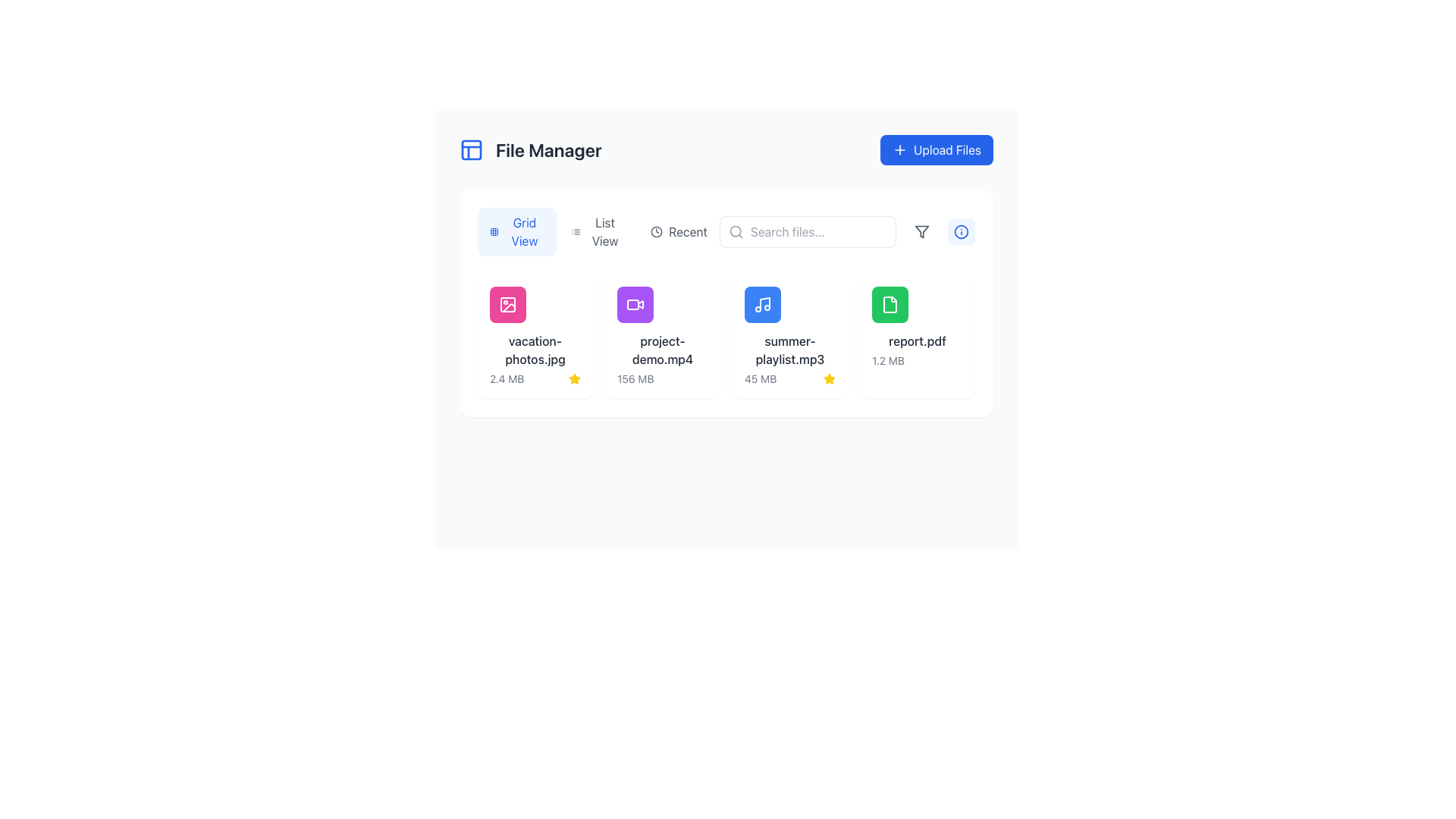  I want to click on the static text label displaying 'report.pdf', which is part of the file management interface and is located above the file size text '1.2 MB', so click(916, 341).